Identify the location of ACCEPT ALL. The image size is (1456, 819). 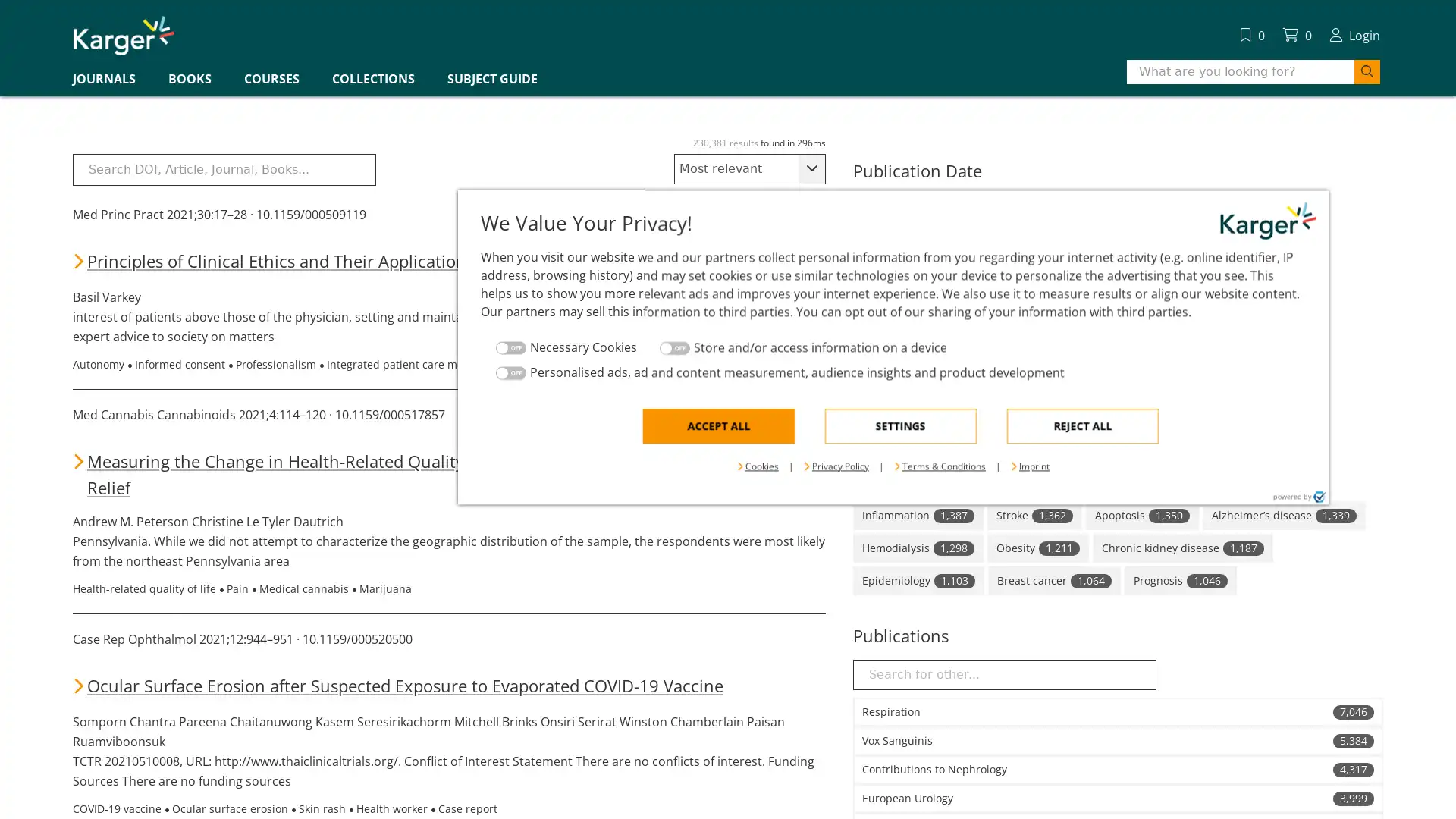
(552, 488).